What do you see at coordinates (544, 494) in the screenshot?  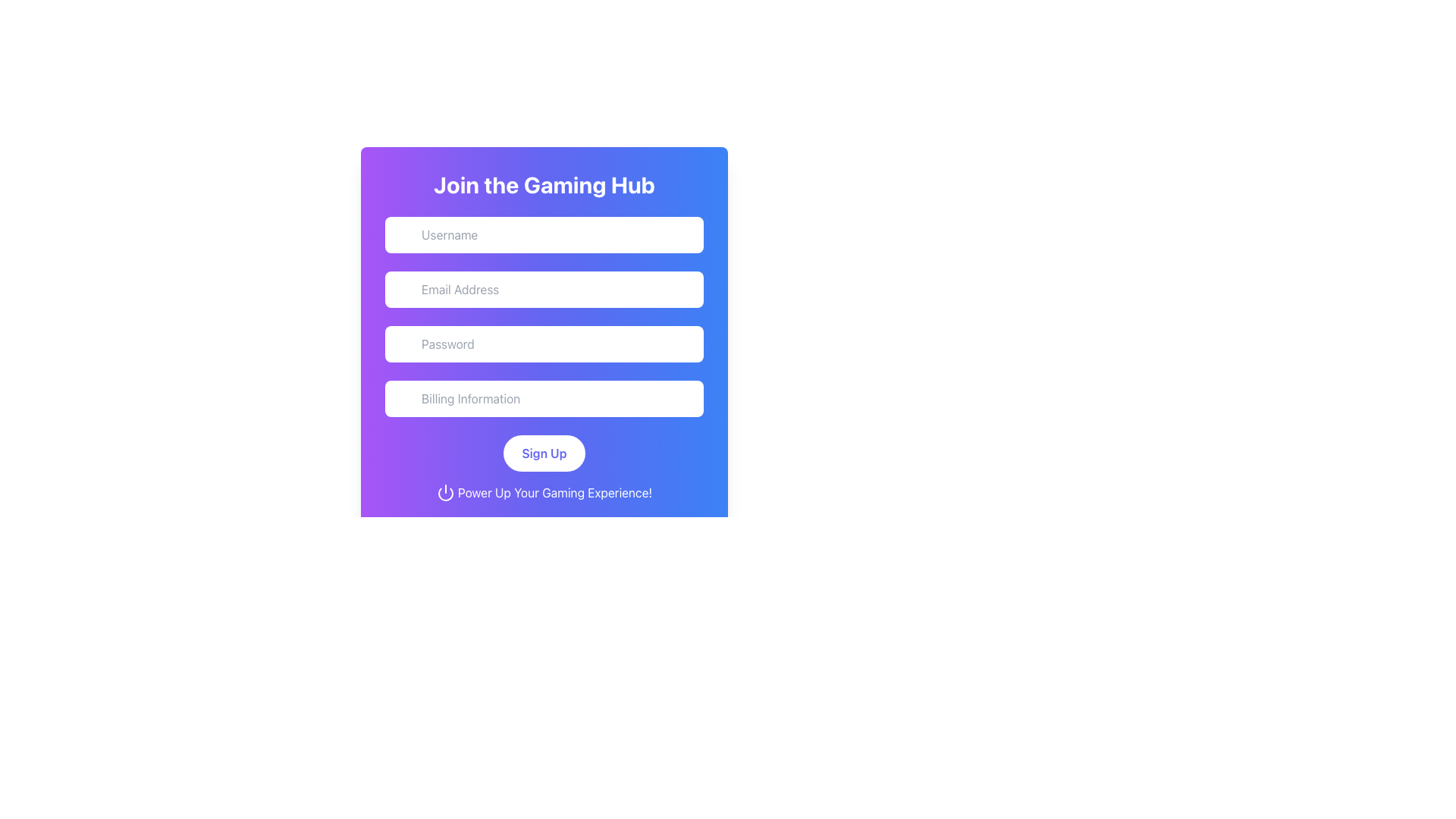 I see `the text label with the content 'Power Up Your Gaming Experience!' which is located at the bottom of the vibrant gradient card layout, directly below the 'Sign Up' button` at bounding box center [544, 494].